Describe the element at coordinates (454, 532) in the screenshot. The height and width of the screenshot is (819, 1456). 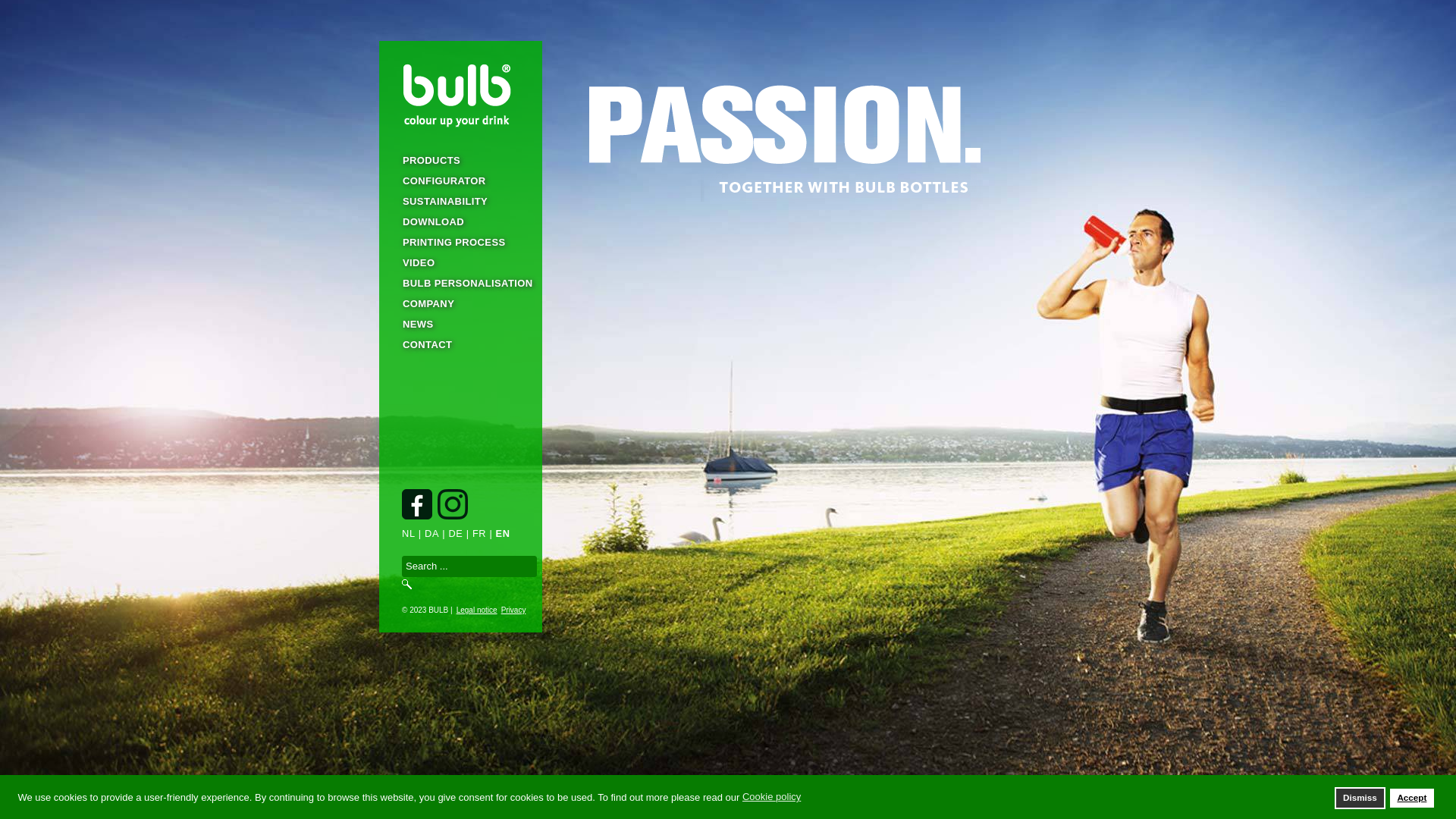
I see `'DE'` at that location.